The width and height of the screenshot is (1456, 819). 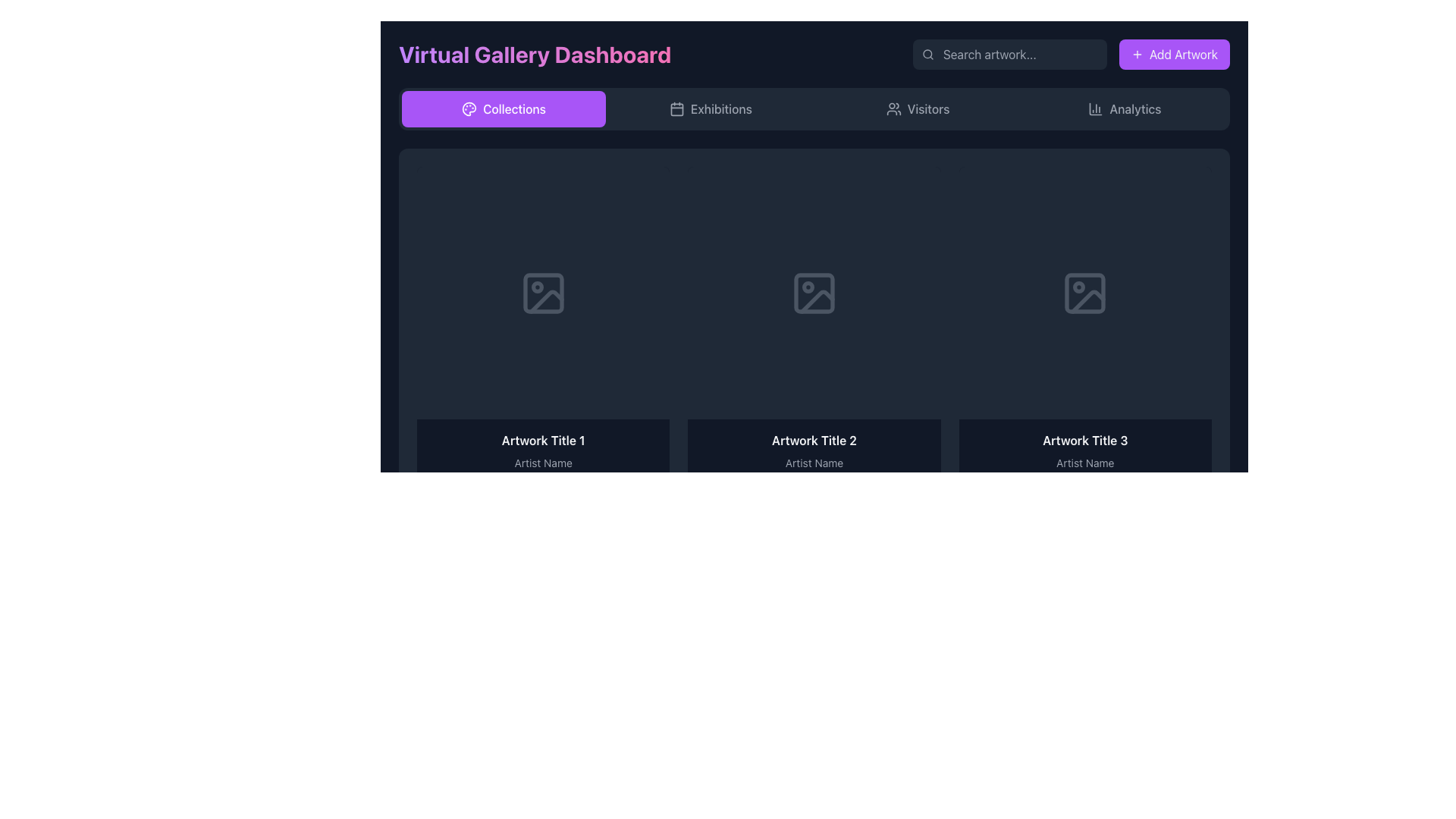 I want to click on image placeholder icon located above the title 'Artwork Title 2', which is the second of three similar icons in the middle row, so click(x=814, y=293).